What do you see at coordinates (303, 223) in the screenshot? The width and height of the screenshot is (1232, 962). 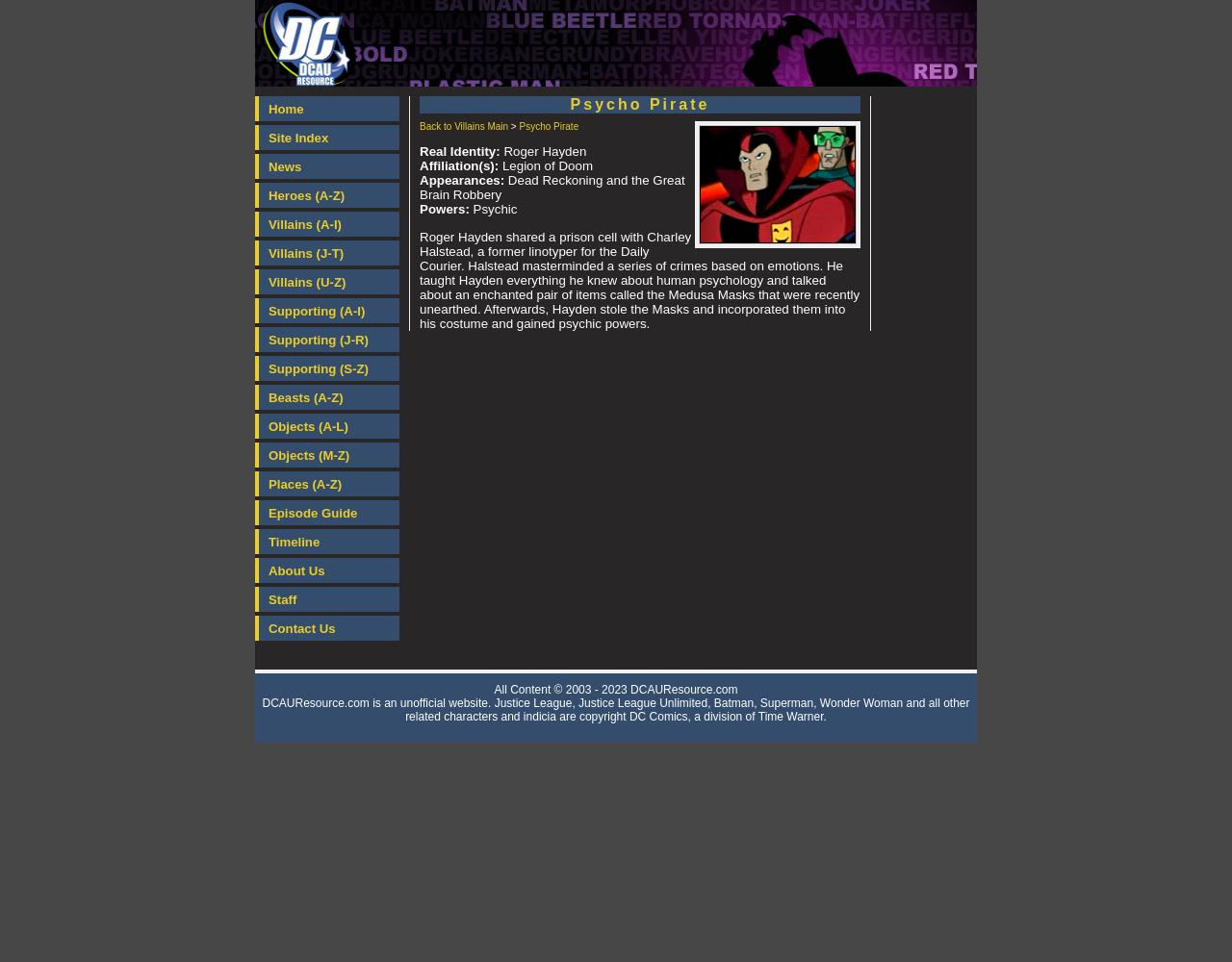 I see `'Villains (A-I)'` at bounding box center [303, 223].